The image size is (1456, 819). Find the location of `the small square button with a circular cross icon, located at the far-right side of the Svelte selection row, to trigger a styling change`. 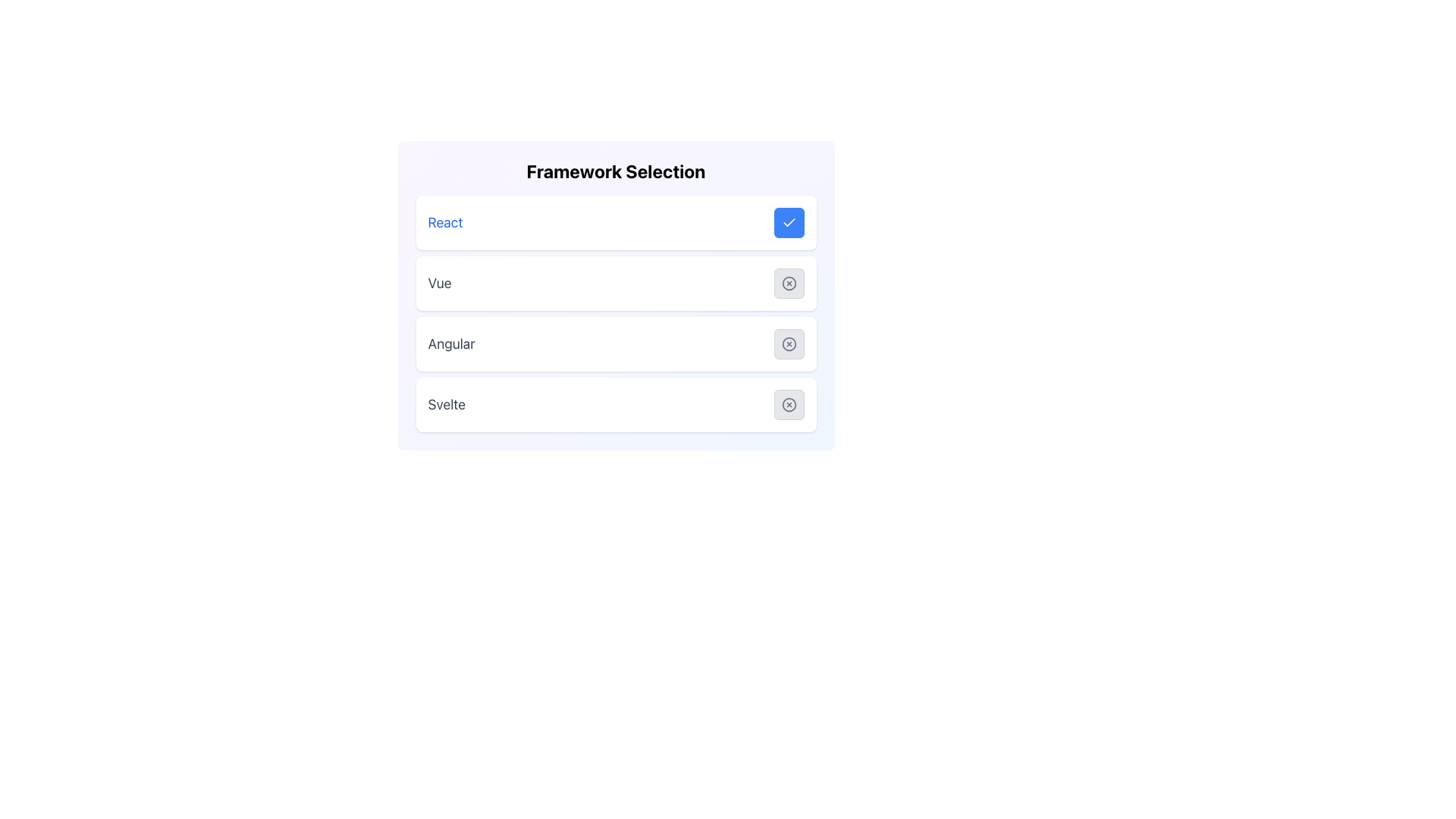

the small square button with a circular cross icon, located at the far-right side of the Svelte selection row, to trigger a styling change is located at coordinates (789, 403).